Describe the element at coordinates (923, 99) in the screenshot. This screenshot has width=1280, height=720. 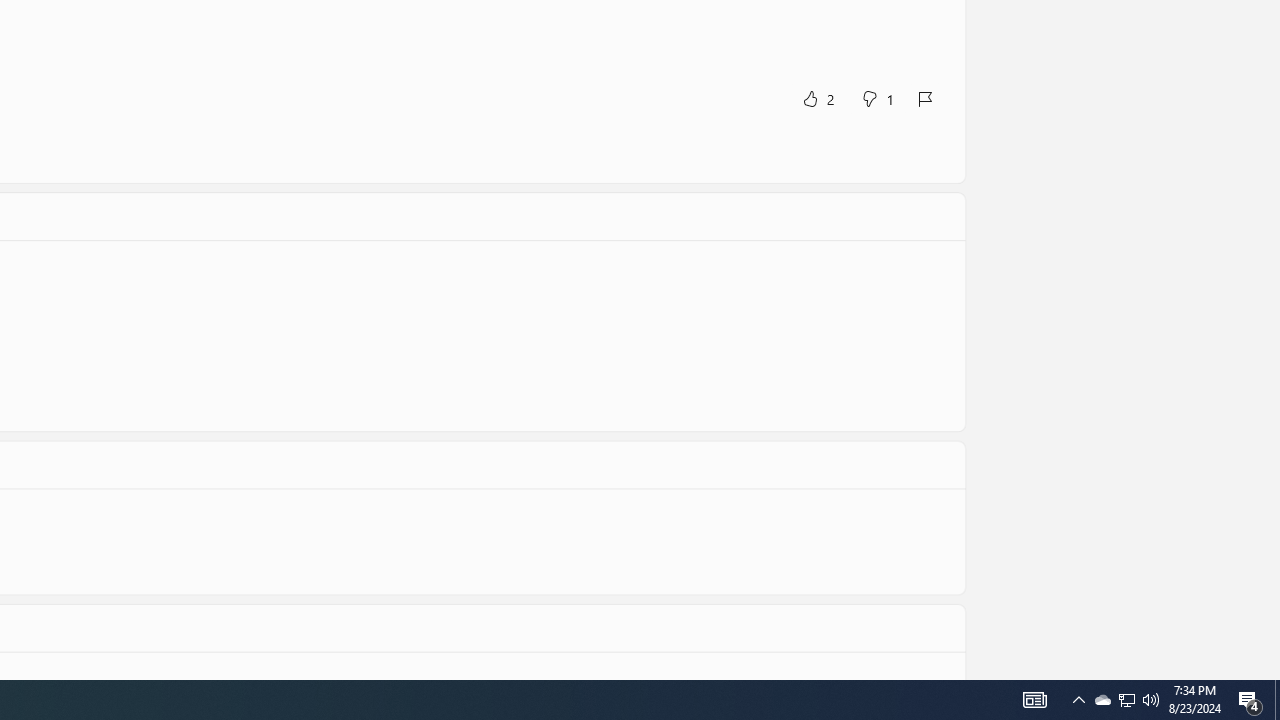
I see `'Report review'` at that location.